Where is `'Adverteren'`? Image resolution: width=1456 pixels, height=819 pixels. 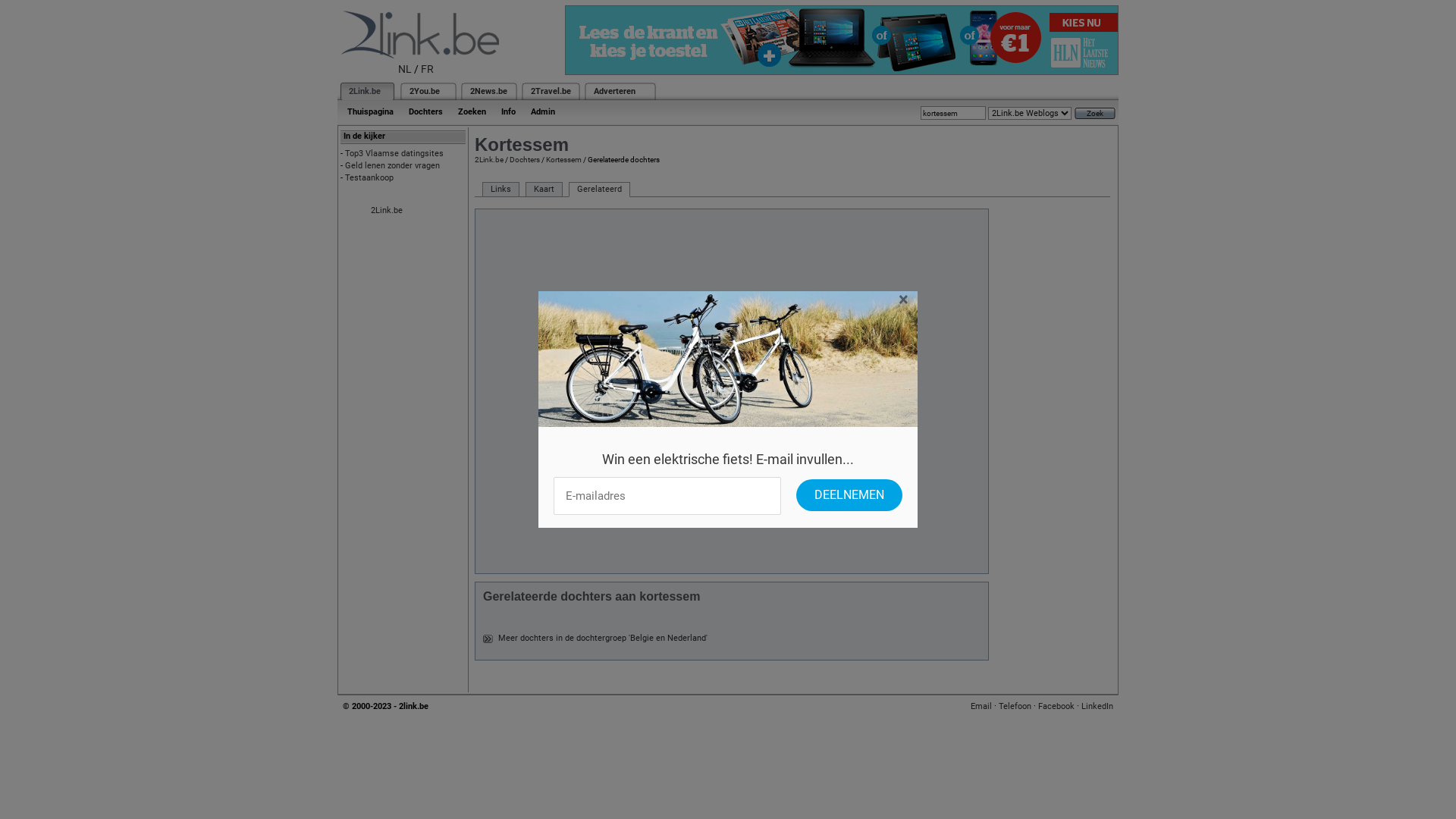
'Adverteren' is located at coordinates (614, 91).